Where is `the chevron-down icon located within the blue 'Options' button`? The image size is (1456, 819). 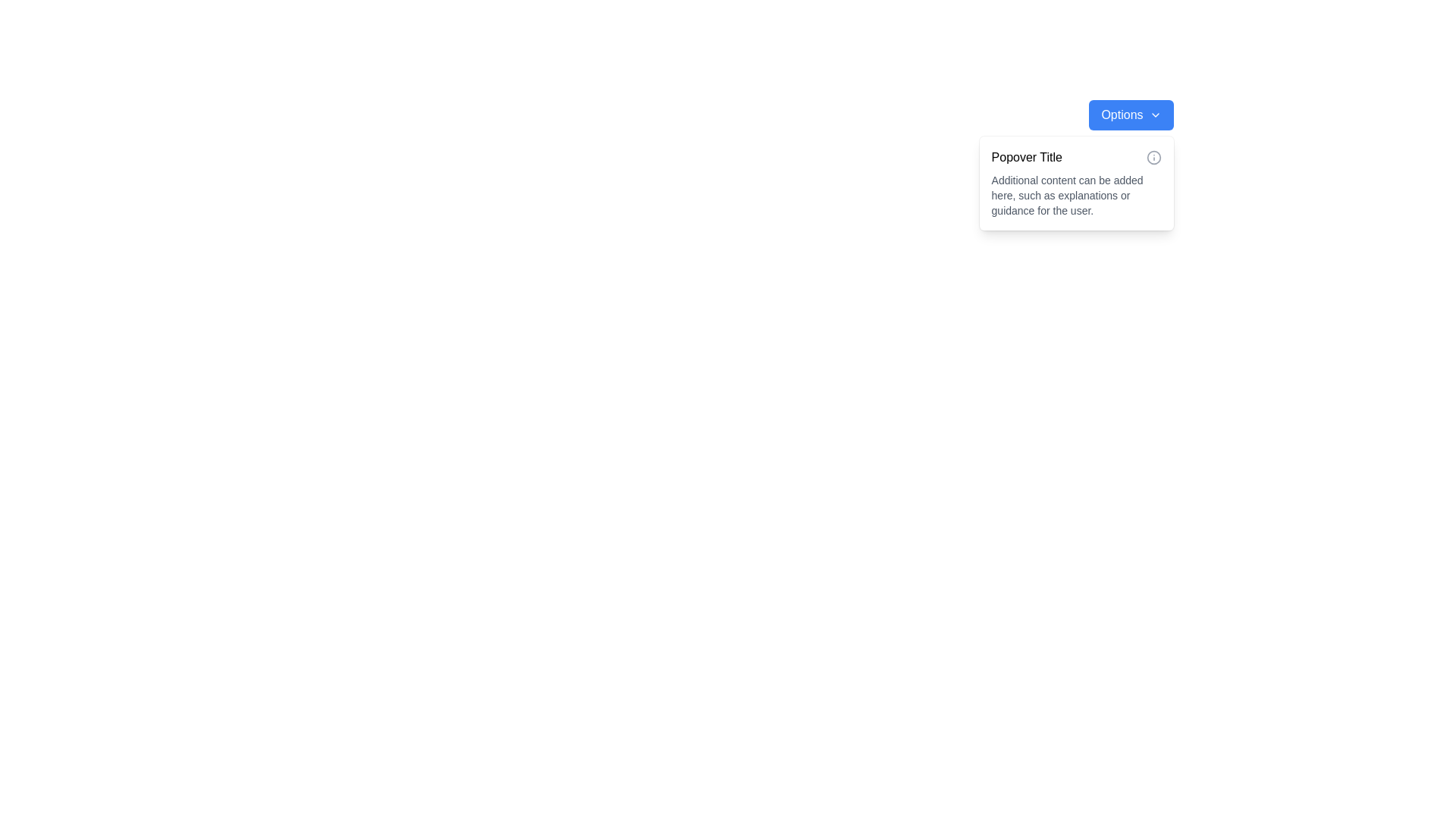 the chevron-down icon located within the blue 'Options' button is located at coordinates (1154, 114).